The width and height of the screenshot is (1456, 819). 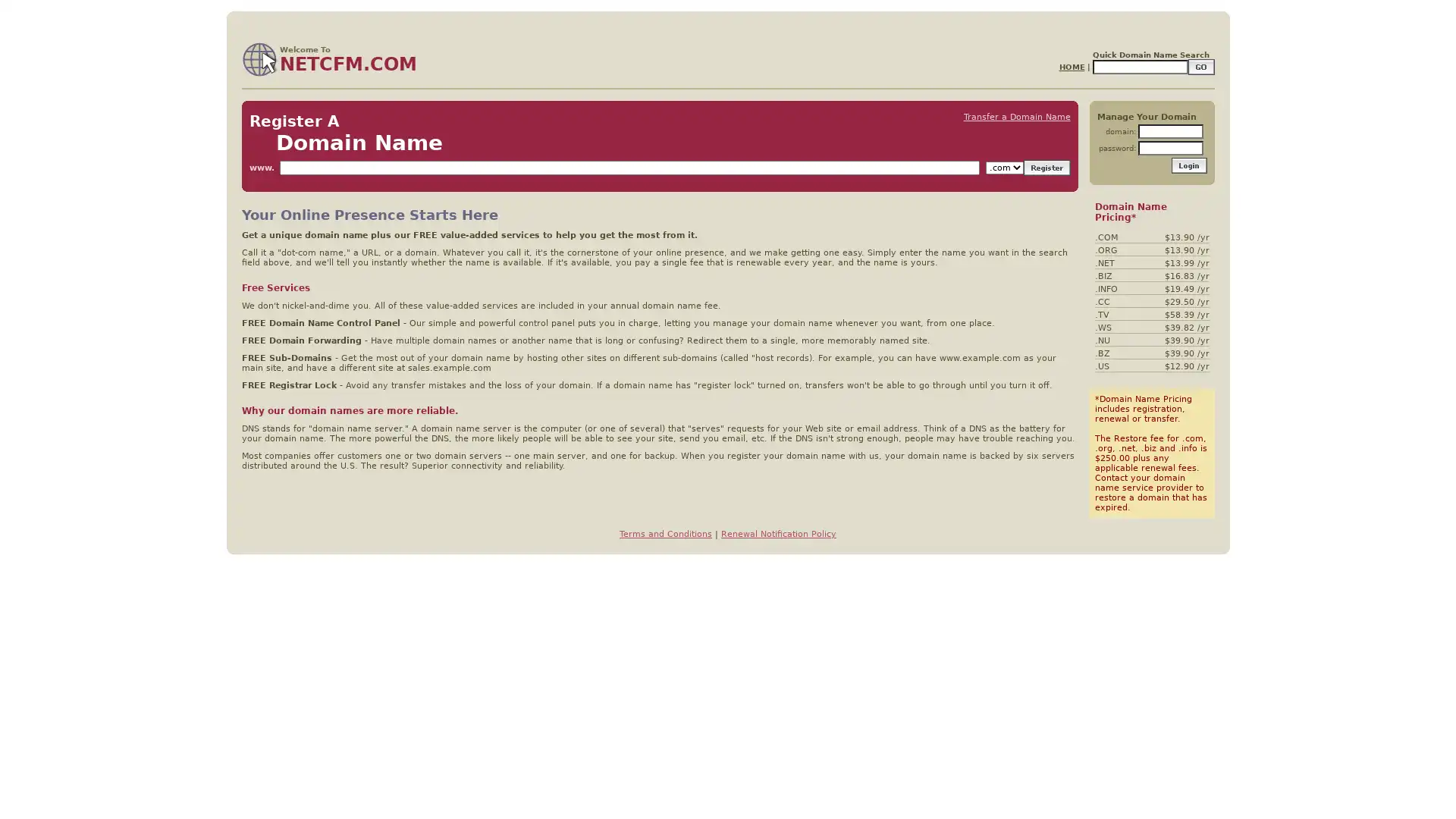 I want to click on Submit, so click(x=1188, y=165).